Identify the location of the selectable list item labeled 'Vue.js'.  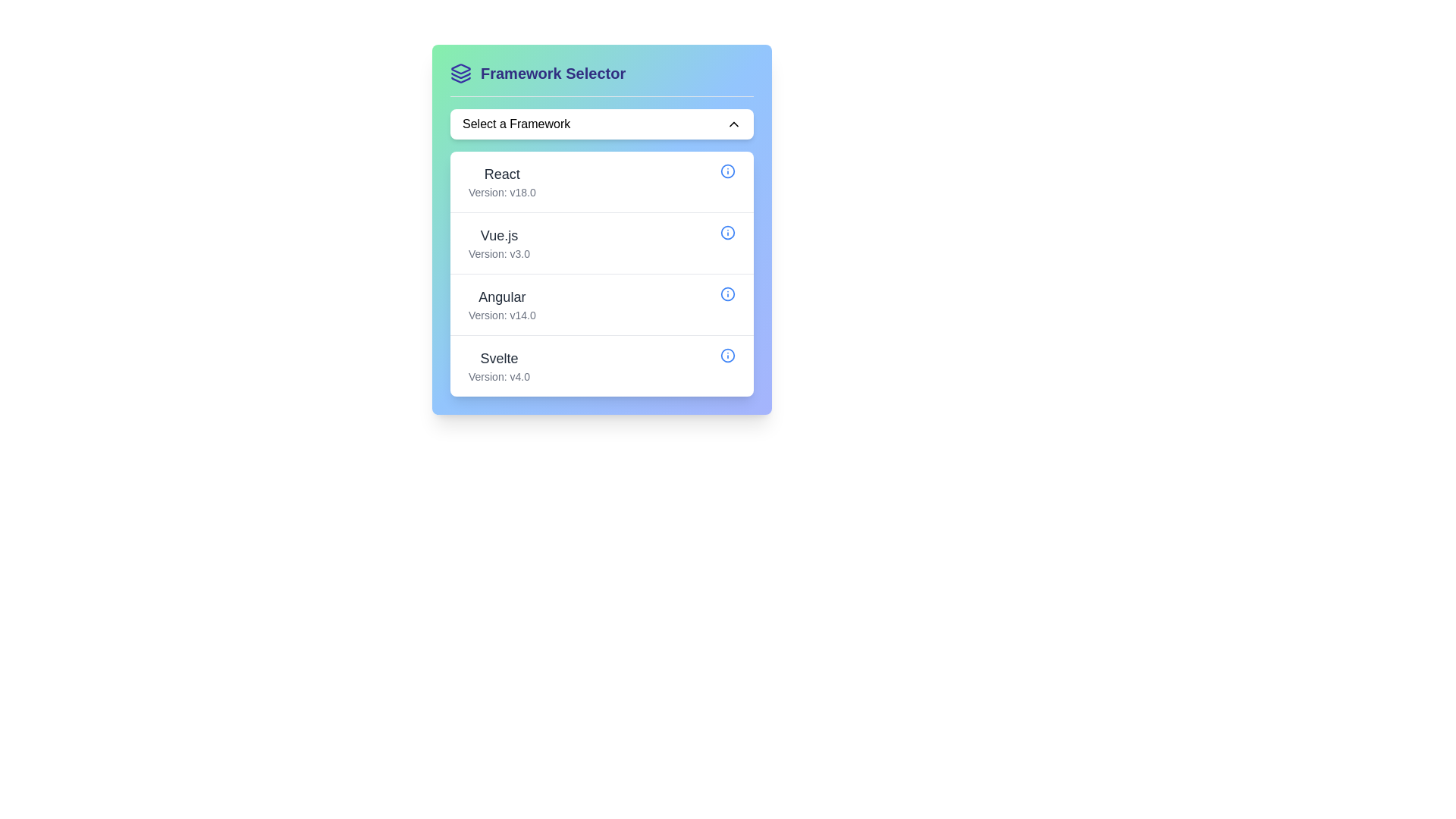
(499, 242).